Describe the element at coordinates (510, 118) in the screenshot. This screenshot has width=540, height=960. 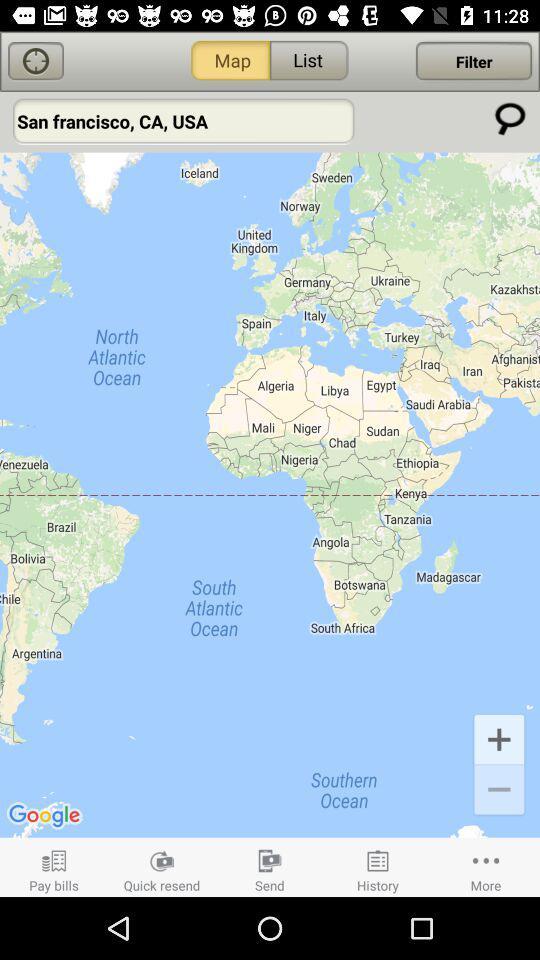
I see `execute keyword search` at that location.